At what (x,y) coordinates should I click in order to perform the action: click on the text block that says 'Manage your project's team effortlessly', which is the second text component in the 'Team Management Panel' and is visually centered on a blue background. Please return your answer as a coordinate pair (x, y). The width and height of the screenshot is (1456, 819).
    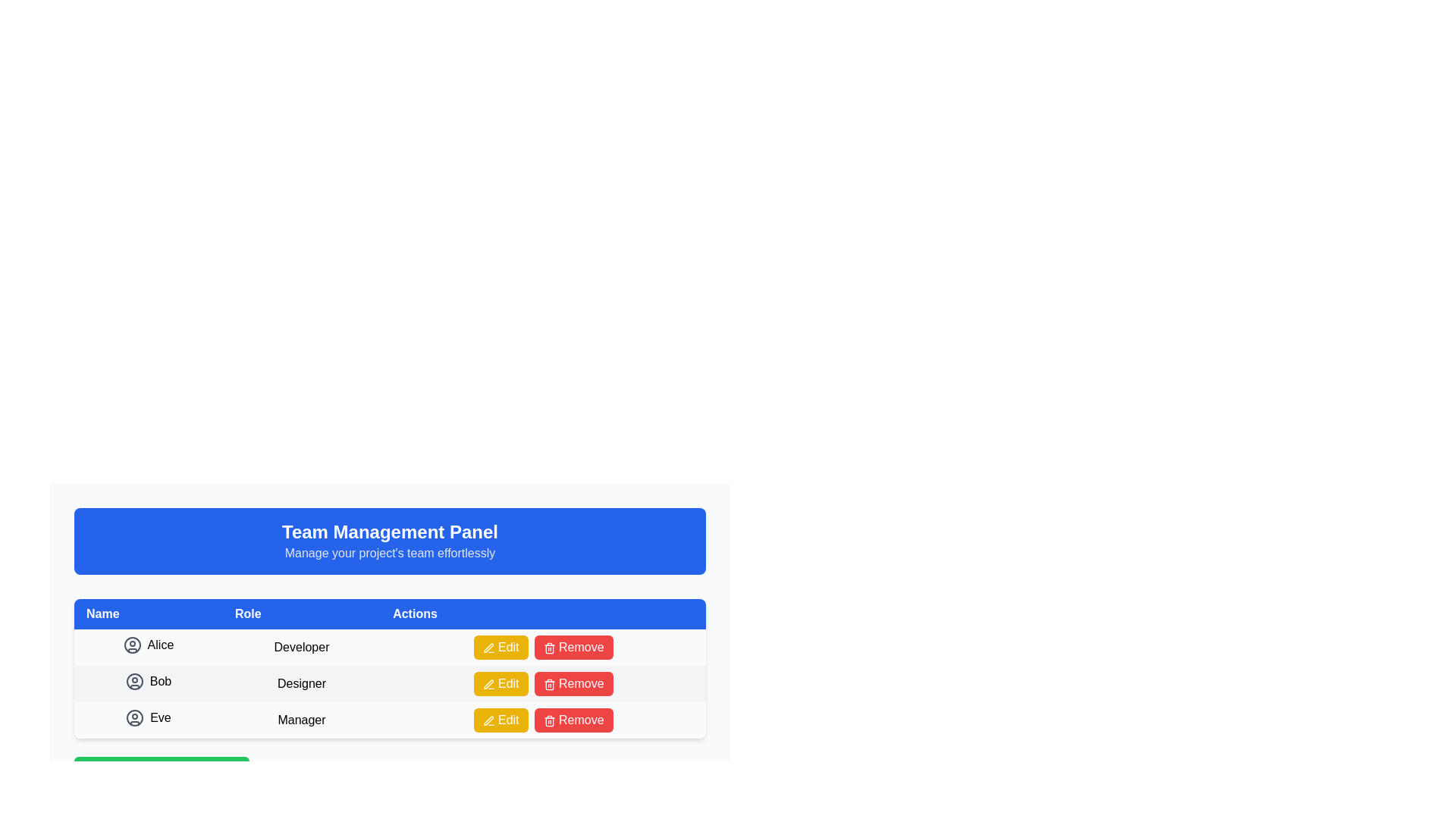
    Looking at the image, I should click on (390, 553).